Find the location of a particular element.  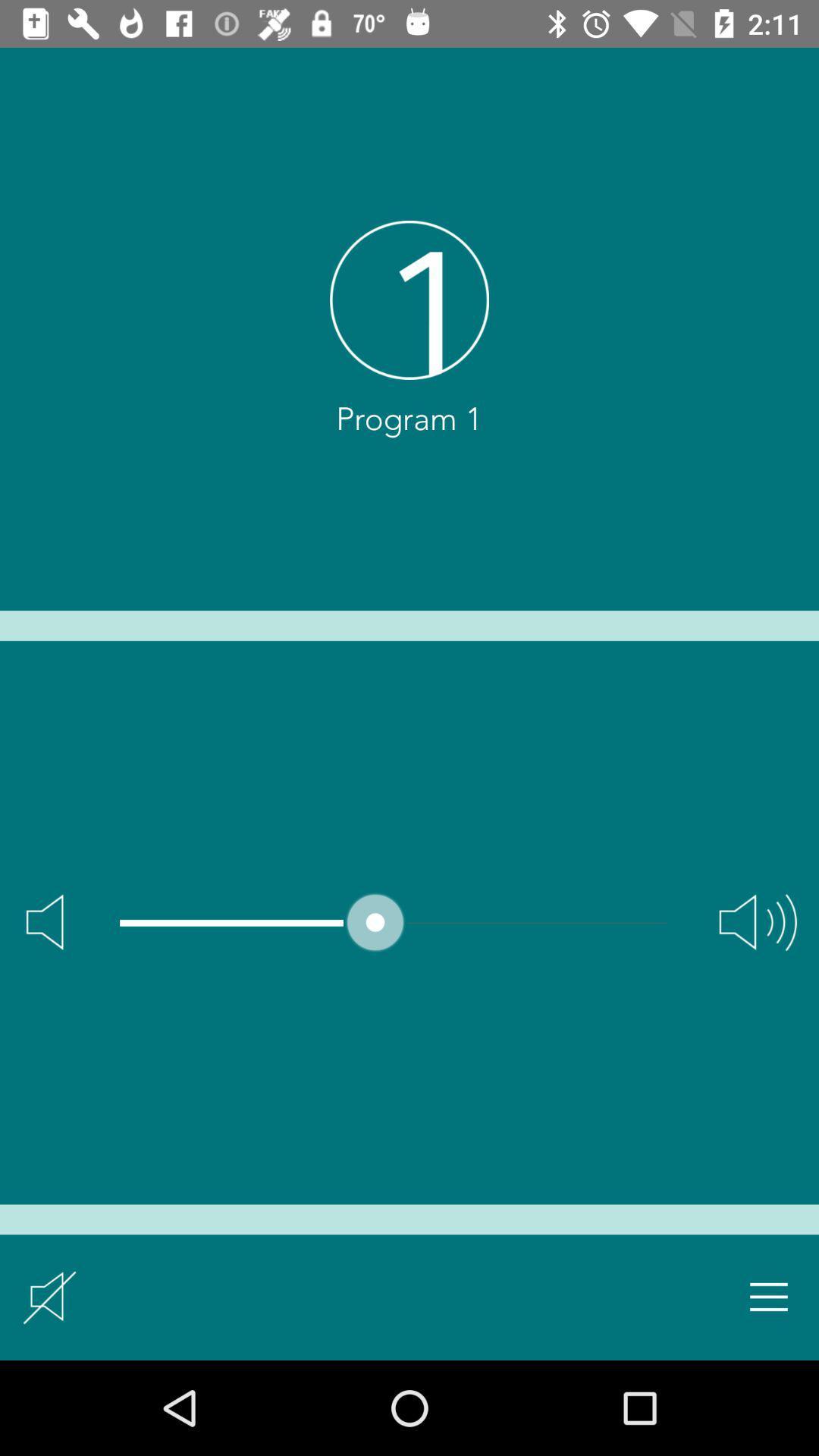

max volume is located at coordinates (758, 921).